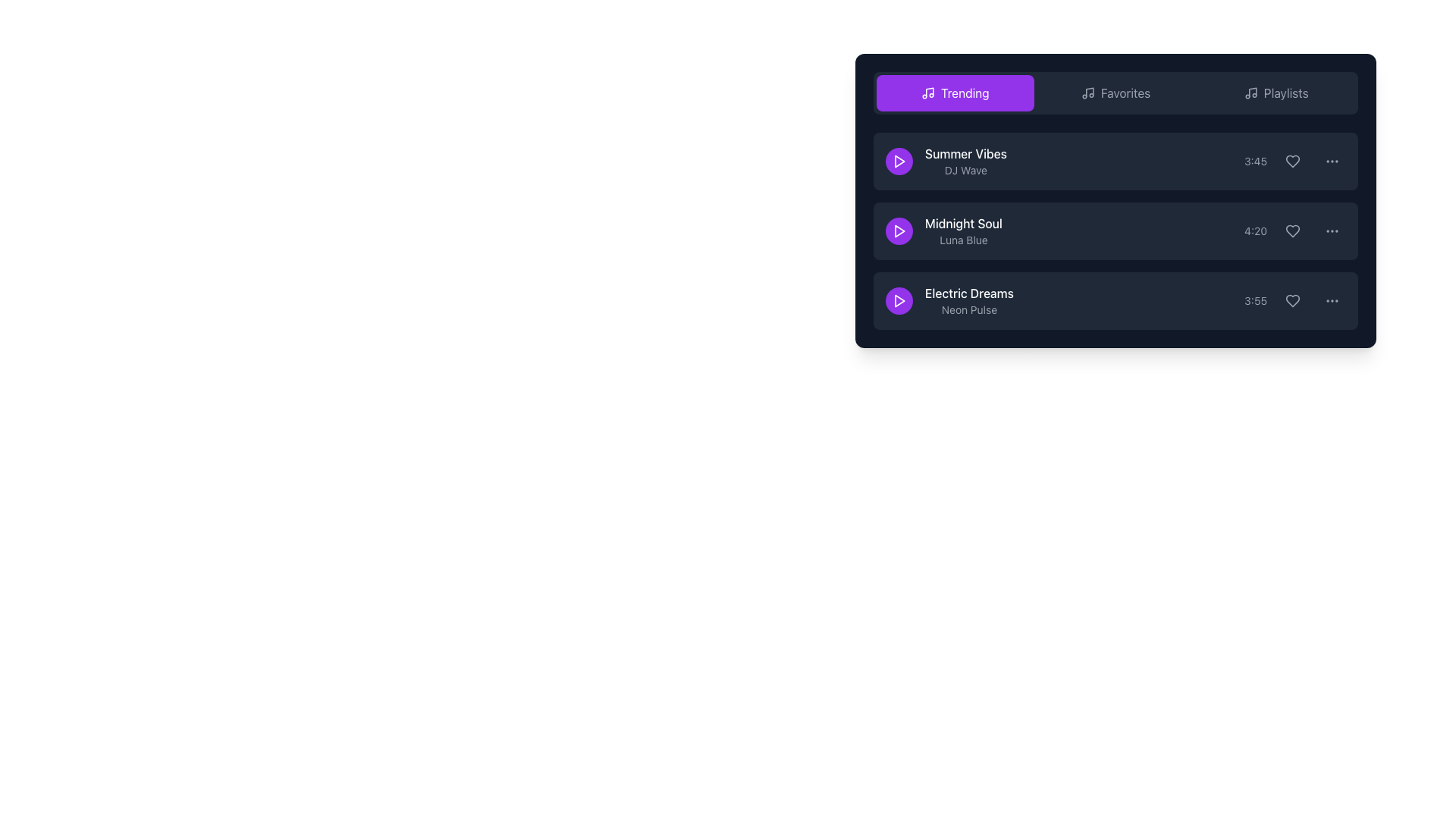  I want to click on on the informational text block displaying the music track title 'Summer Vibes' by artist 'DJ Wave', so click(946, 161).